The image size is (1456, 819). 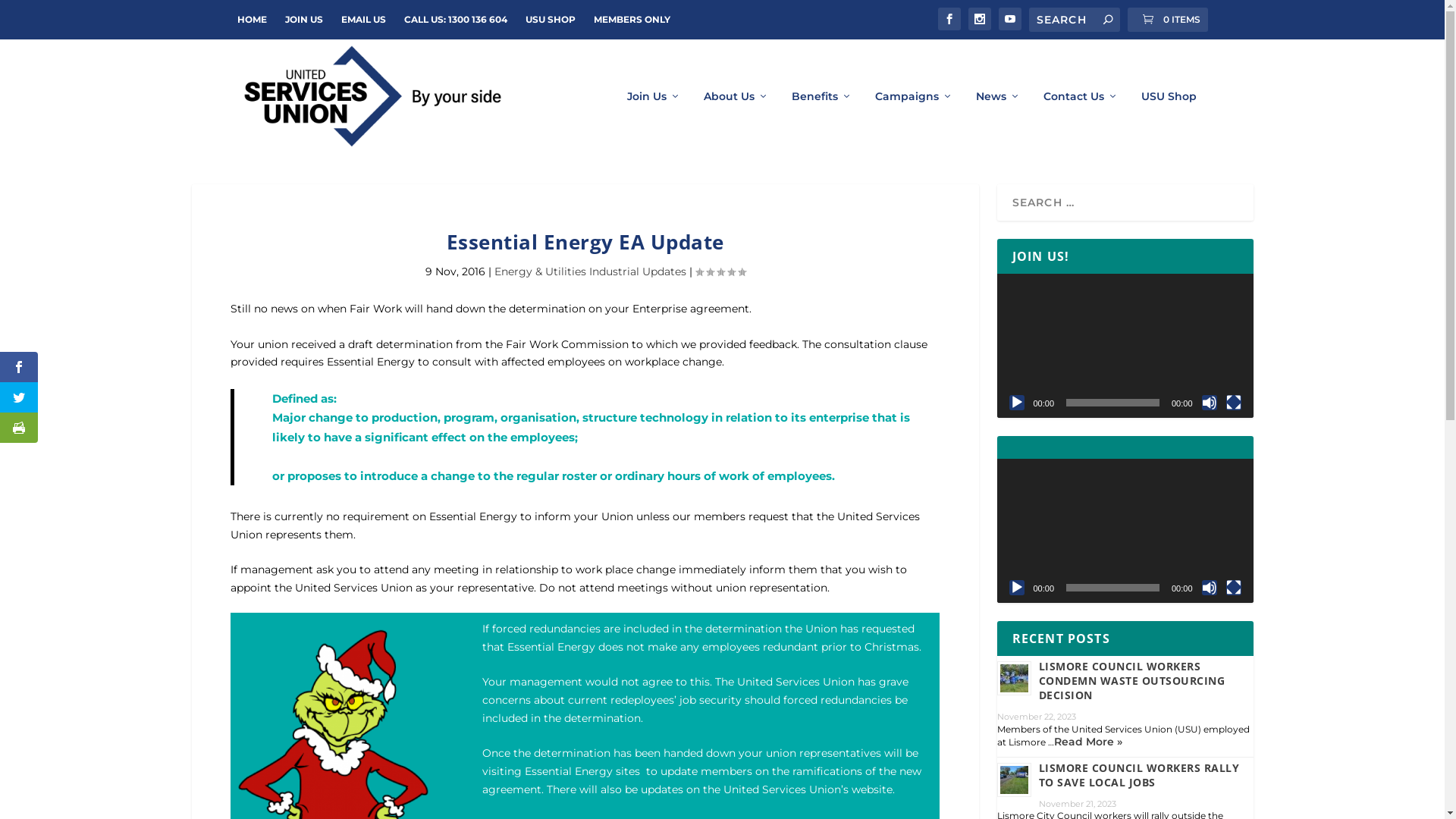 What do you see at coordinates (631, 20) in the screenshot?
I see `'MEMBERS ONLY'` at bounding box center [631, 20].